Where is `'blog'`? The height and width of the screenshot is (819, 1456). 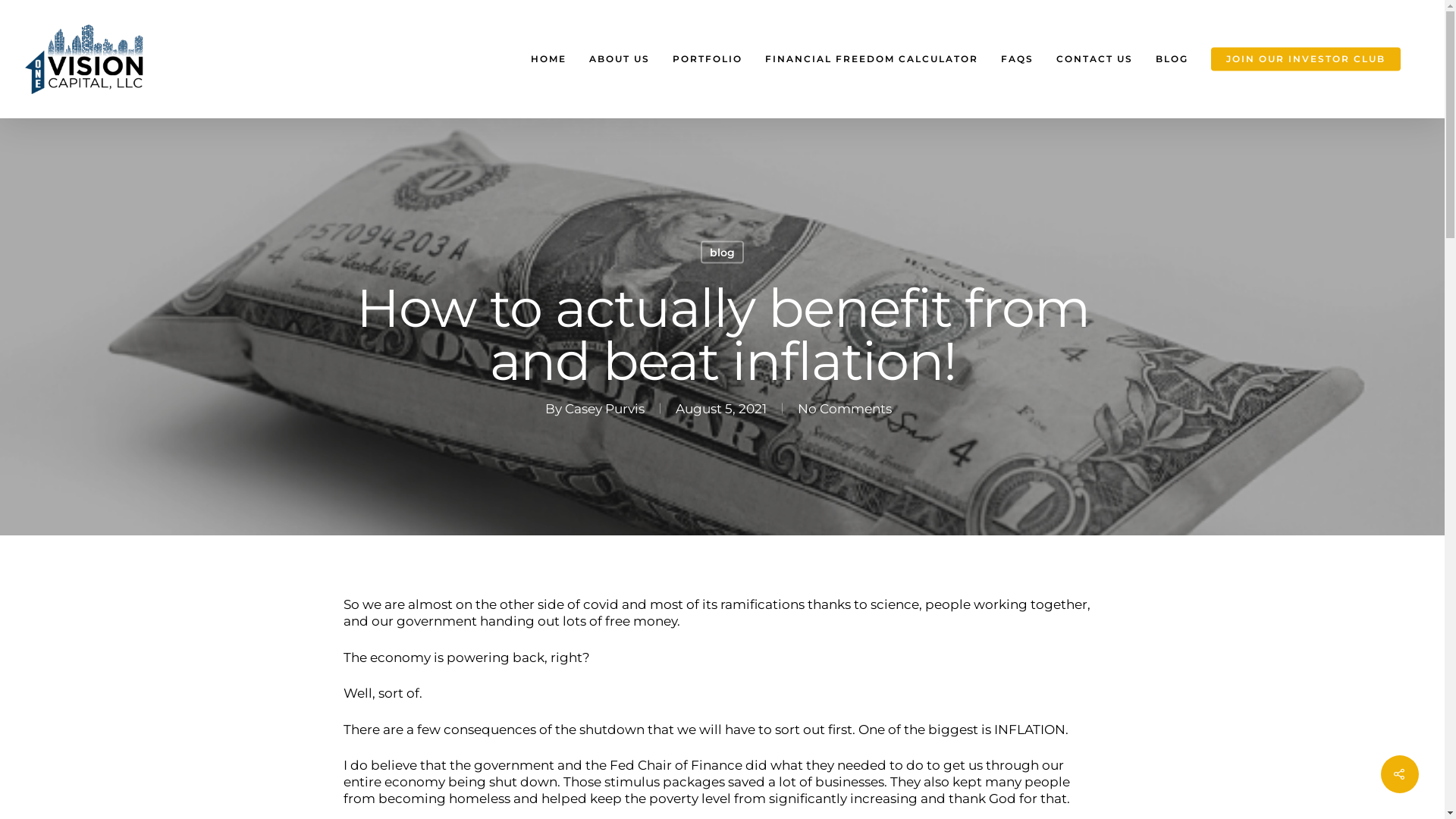 'blog' is located at coordinates (721, 251).